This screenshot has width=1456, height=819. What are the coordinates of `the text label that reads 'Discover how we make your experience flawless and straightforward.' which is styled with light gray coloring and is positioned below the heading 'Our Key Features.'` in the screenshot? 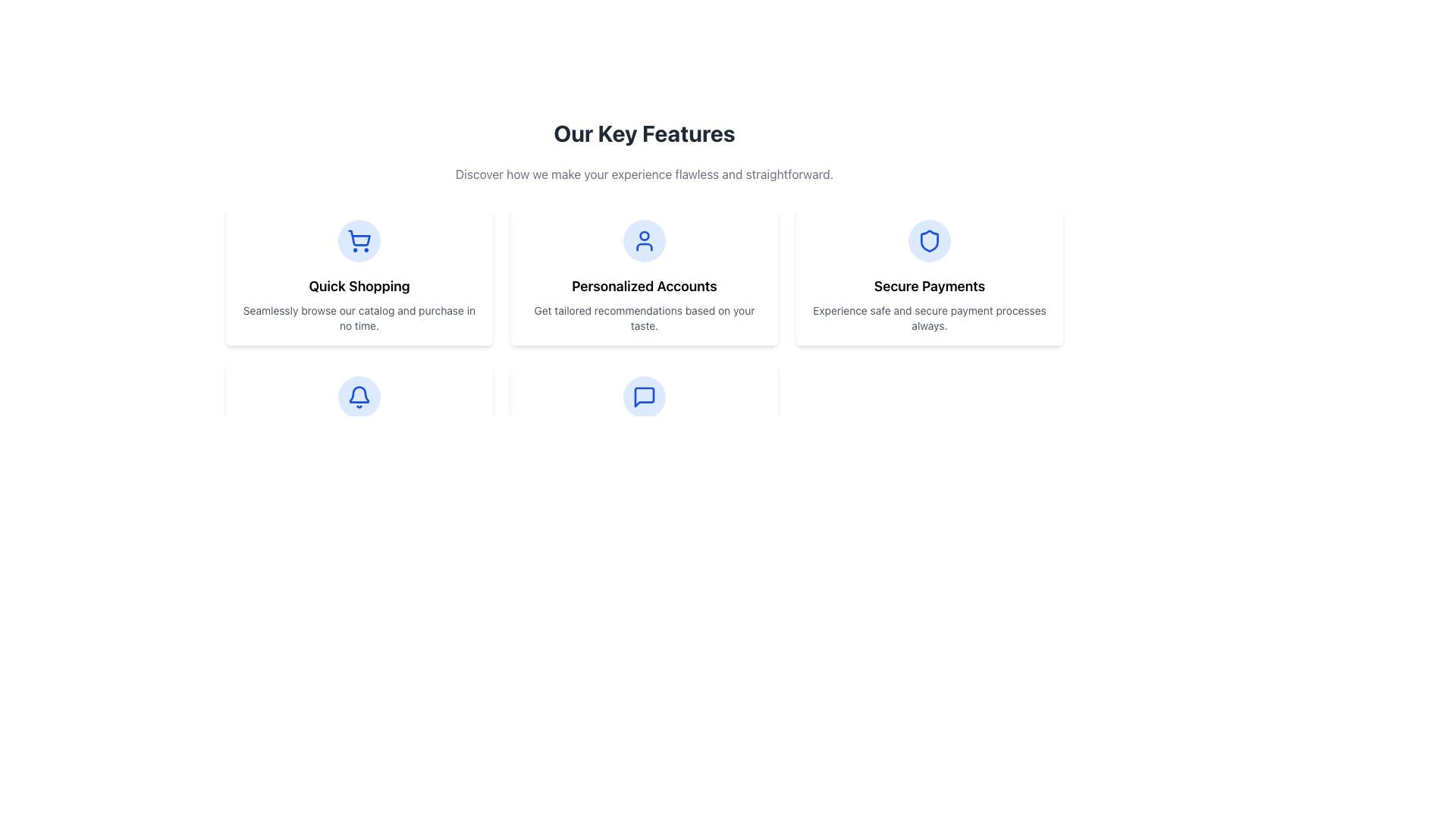 It's located at (644, 174).